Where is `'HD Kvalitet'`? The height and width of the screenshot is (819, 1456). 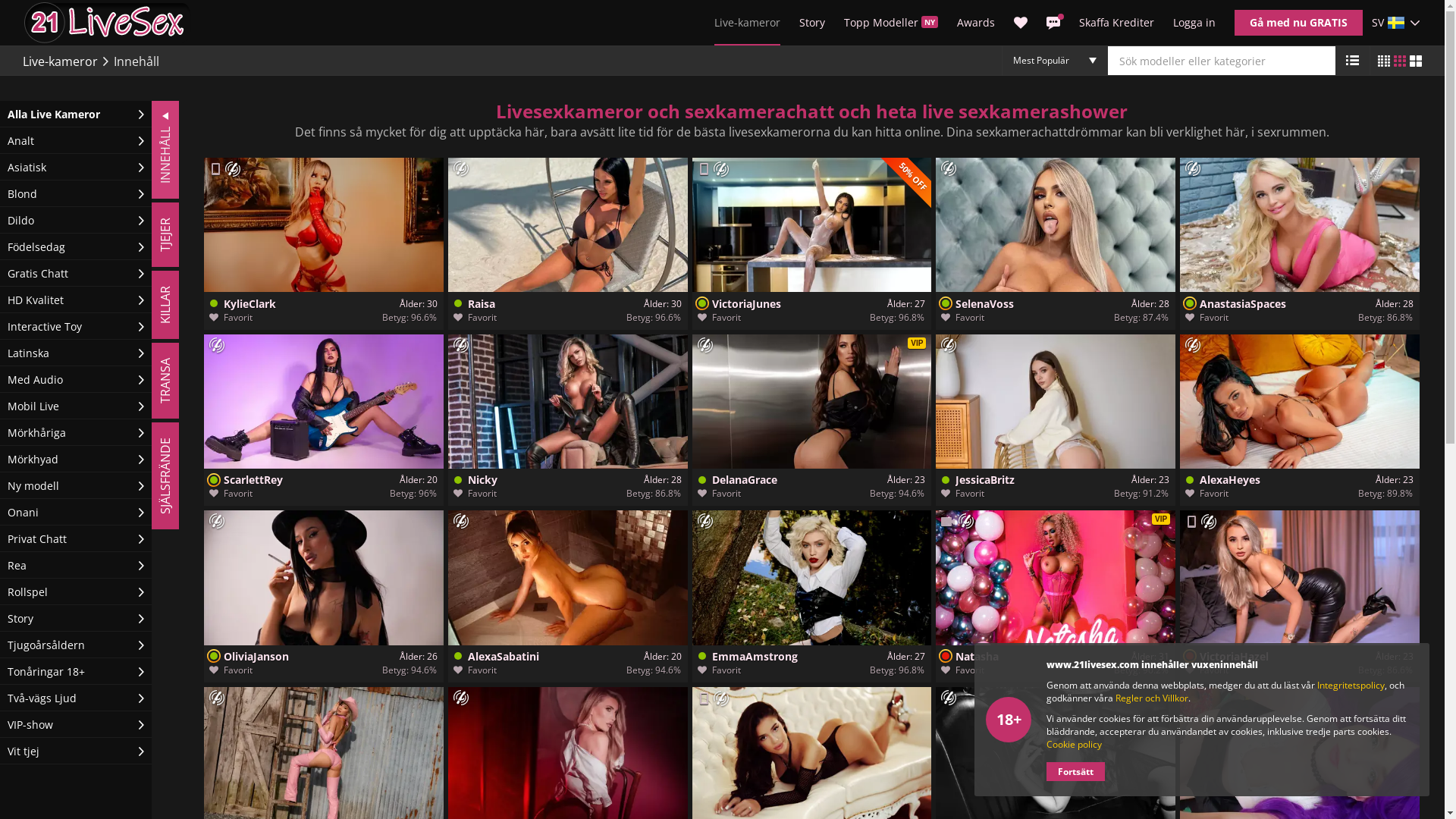 'HD Kvalitet' is located at coordinates (0, 300).